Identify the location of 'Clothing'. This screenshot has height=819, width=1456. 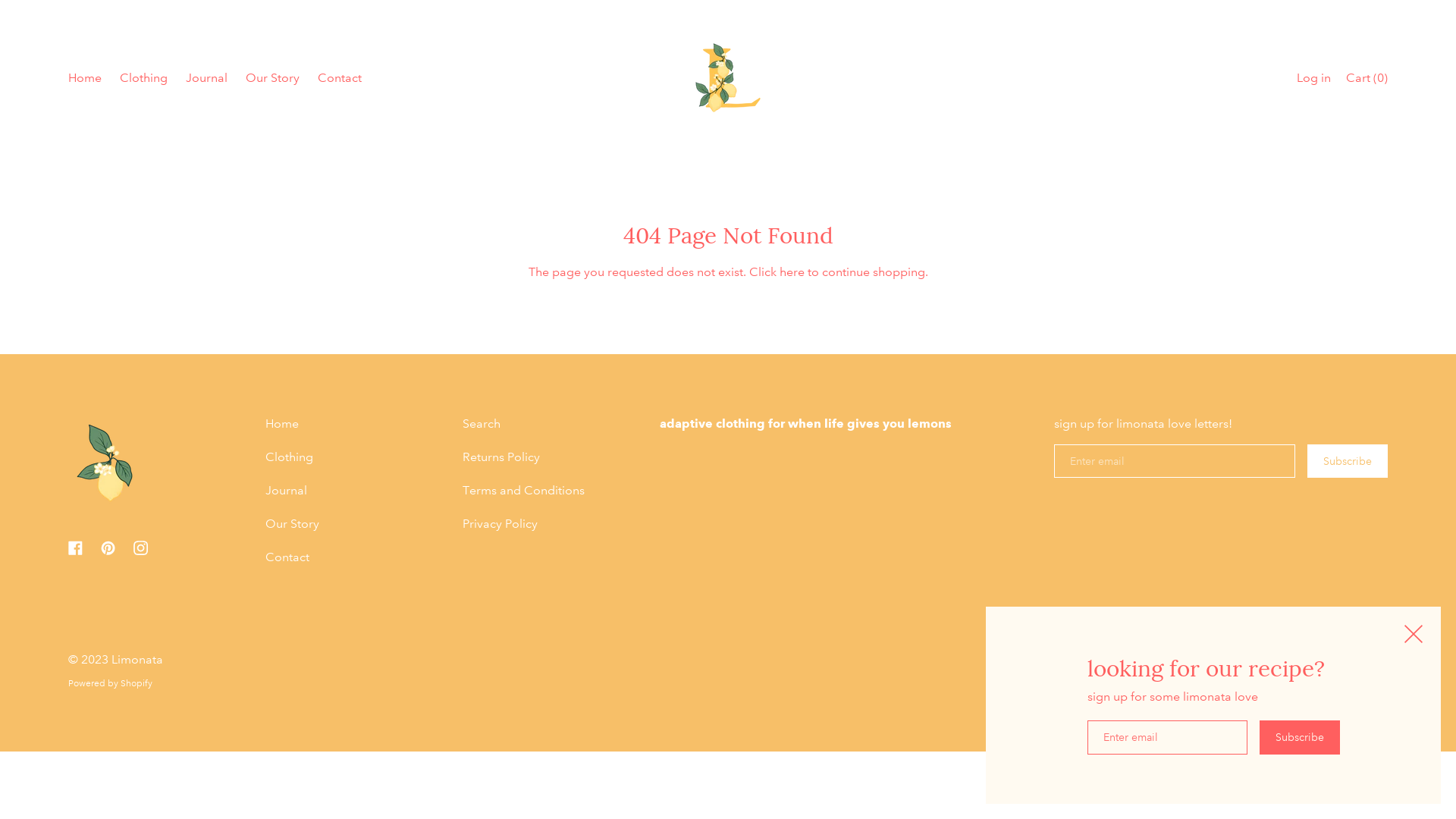
(143, 79).